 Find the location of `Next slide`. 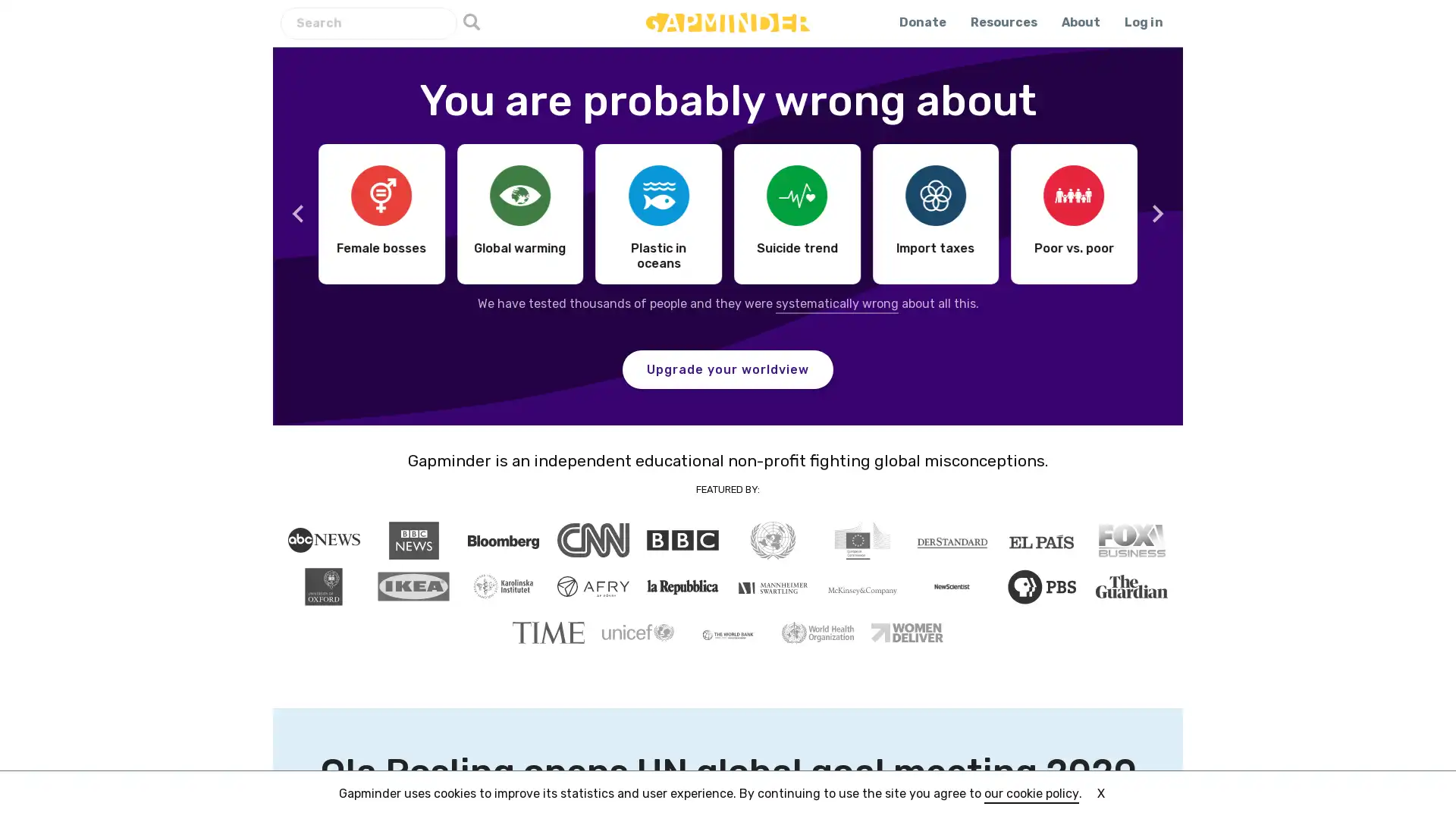

Next slide is located at coordinates (1156, 213).